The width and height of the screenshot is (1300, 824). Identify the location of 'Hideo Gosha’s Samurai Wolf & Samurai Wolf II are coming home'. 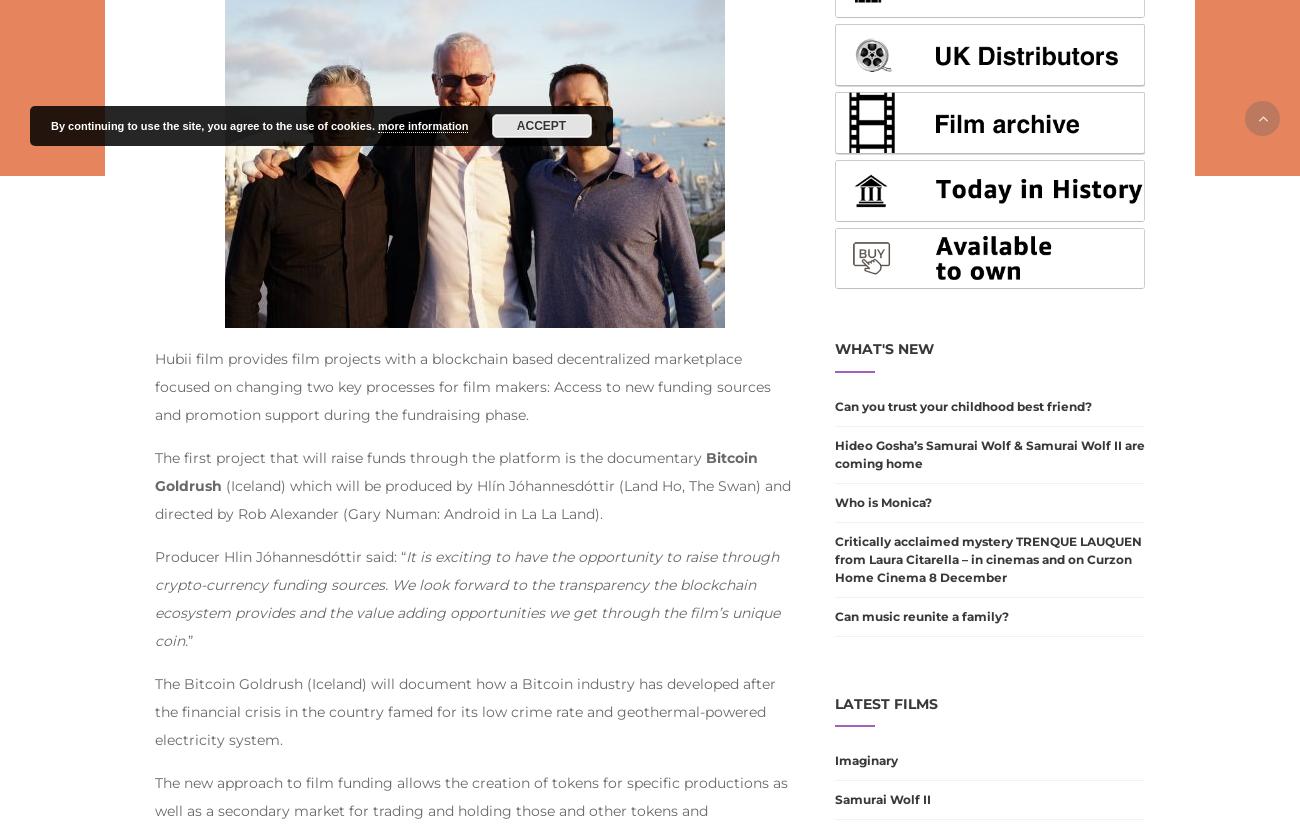
(988, 453).